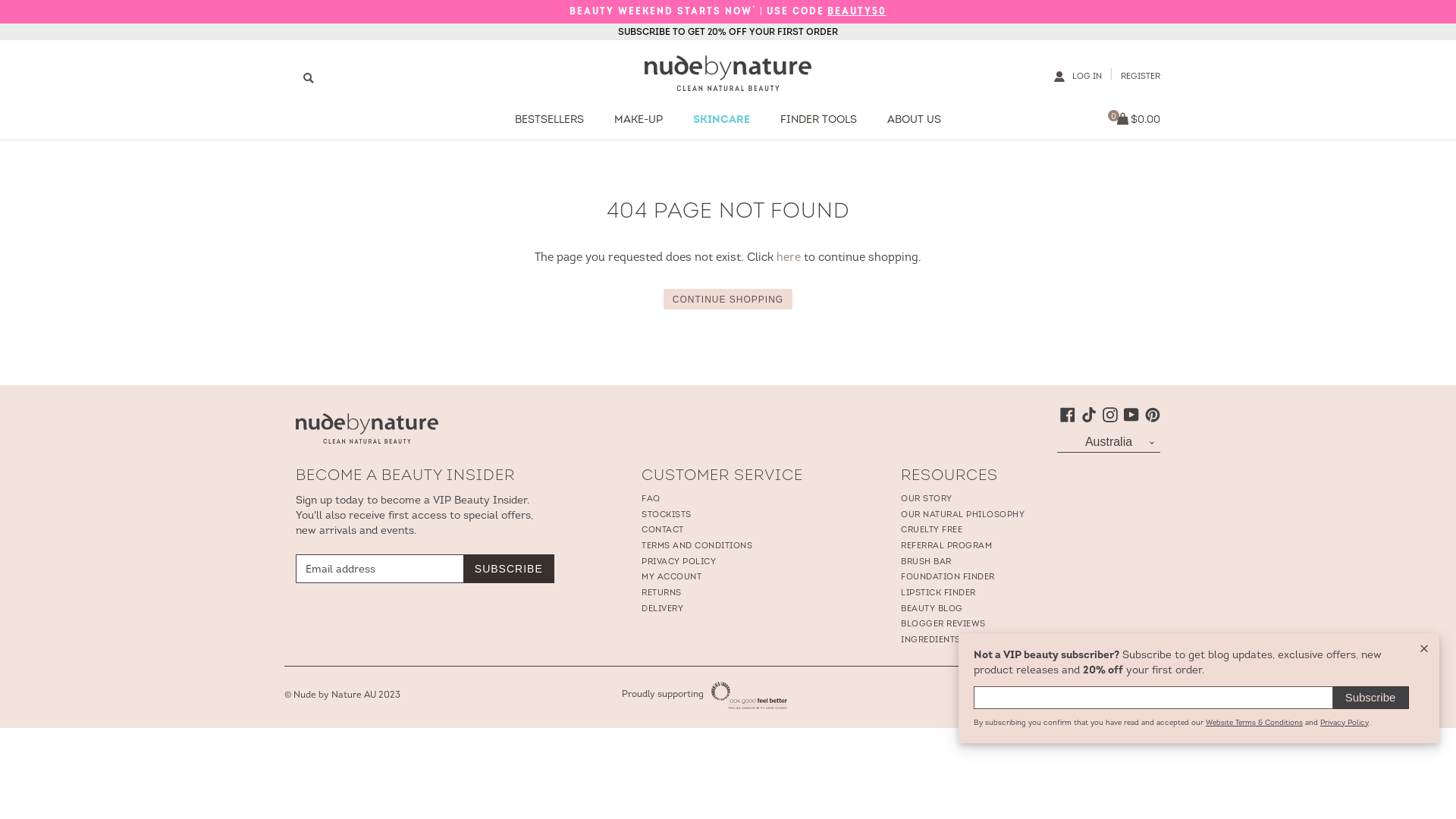 This screenshot has width=1456, height=819. I want to click on 'FAQ', so click(651, 499).